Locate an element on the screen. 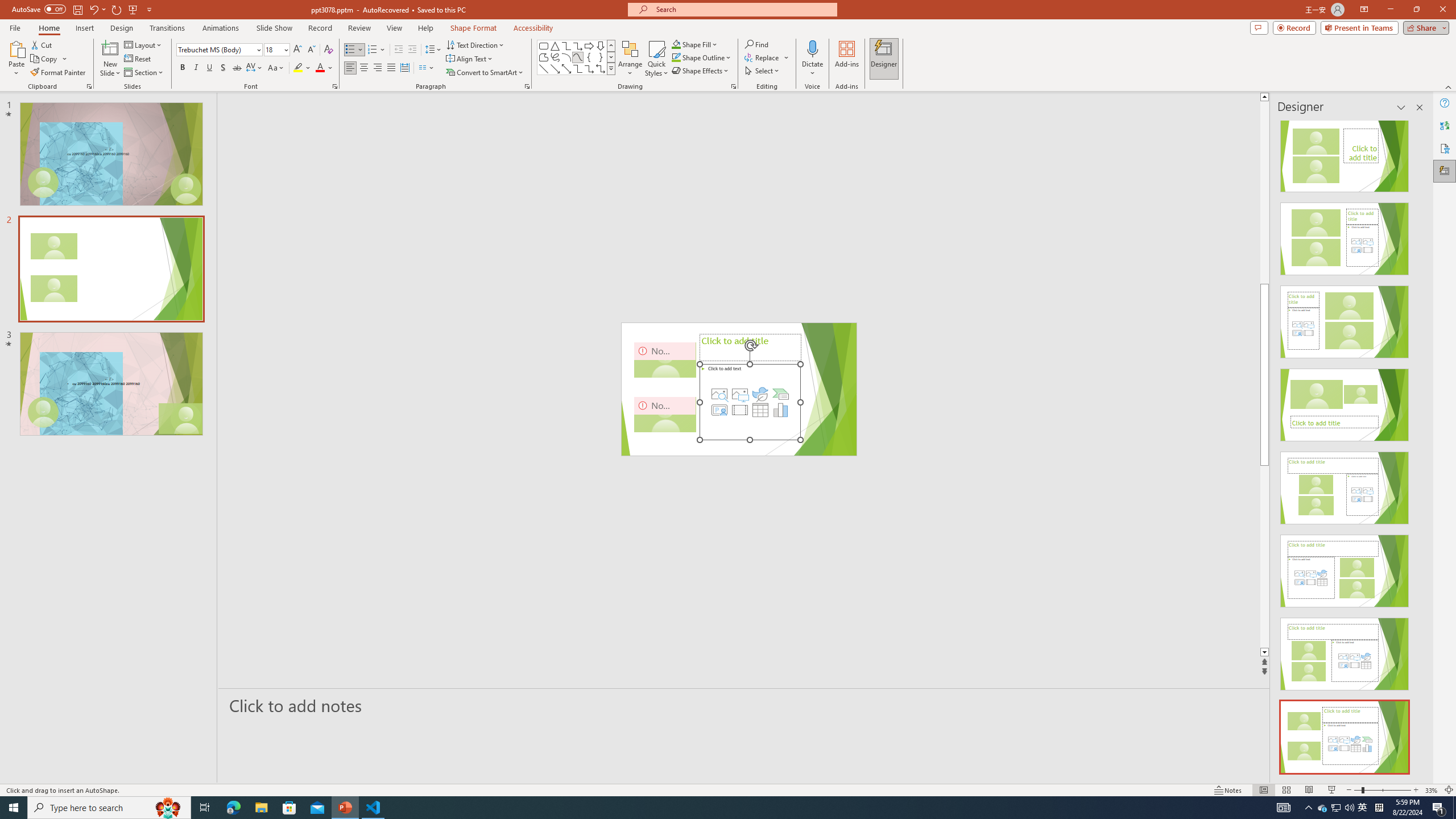 The height and width of the screenshot is (819, 1456). 'Insert Video' is located at coordinates (739, 409).